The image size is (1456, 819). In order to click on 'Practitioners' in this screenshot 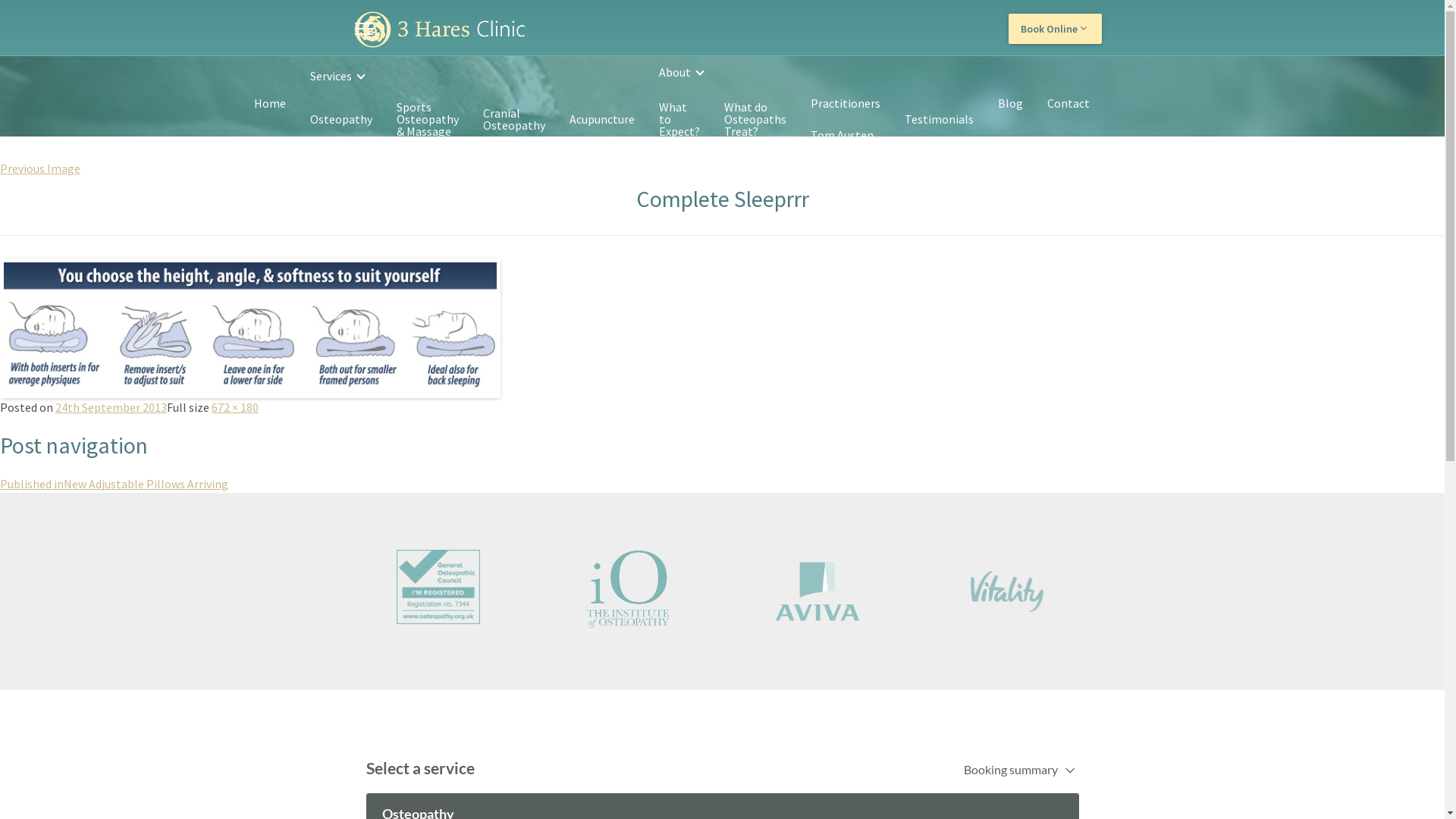, I will do `click(843, 103)`.